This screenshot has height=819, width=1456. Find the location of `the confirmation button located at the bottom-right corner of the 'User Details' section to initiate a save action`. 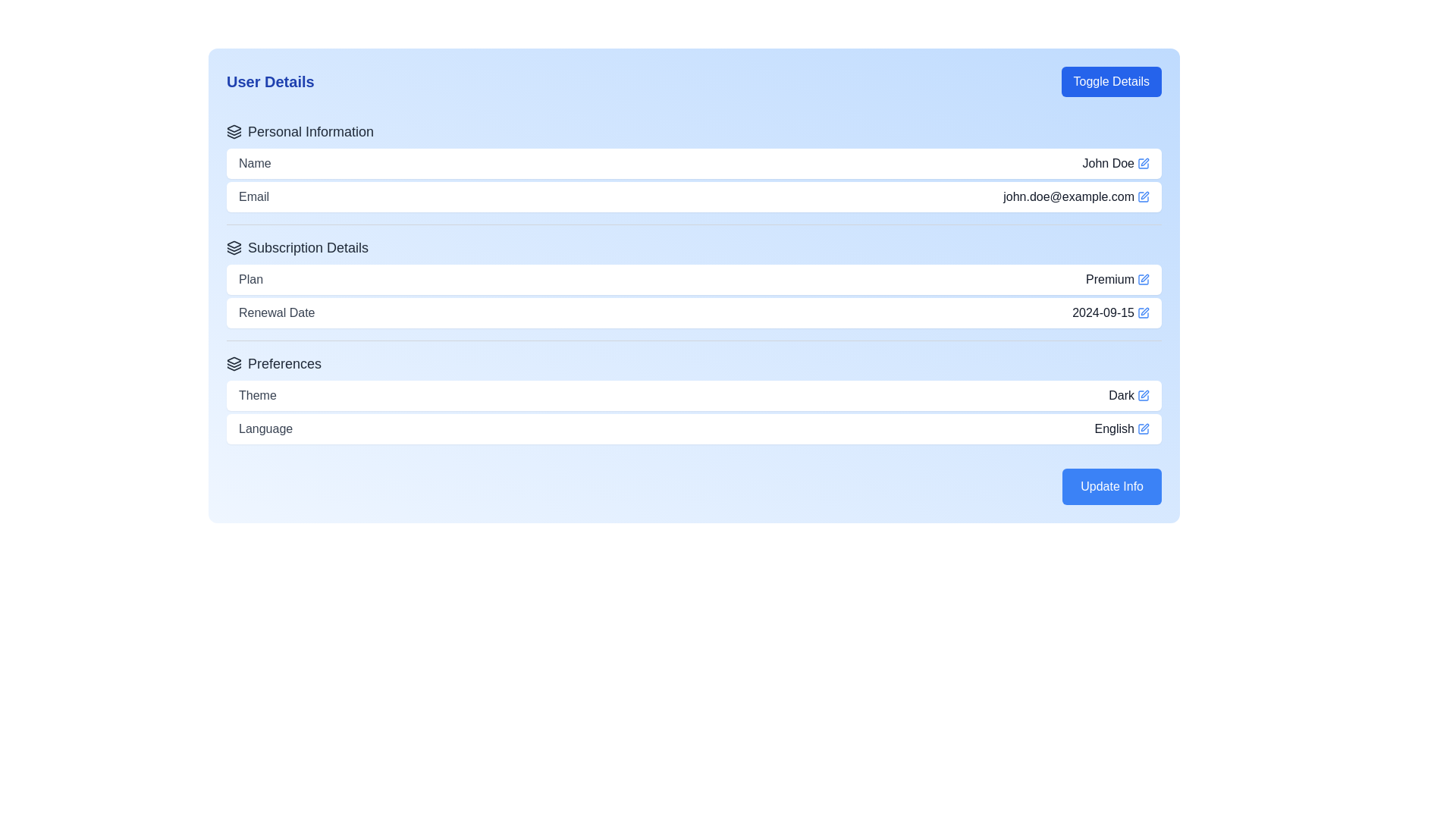

the confirmation button located at the bottom-right corner of the 'User Details' section to initiate a save action is located at coordinates (693, 486).